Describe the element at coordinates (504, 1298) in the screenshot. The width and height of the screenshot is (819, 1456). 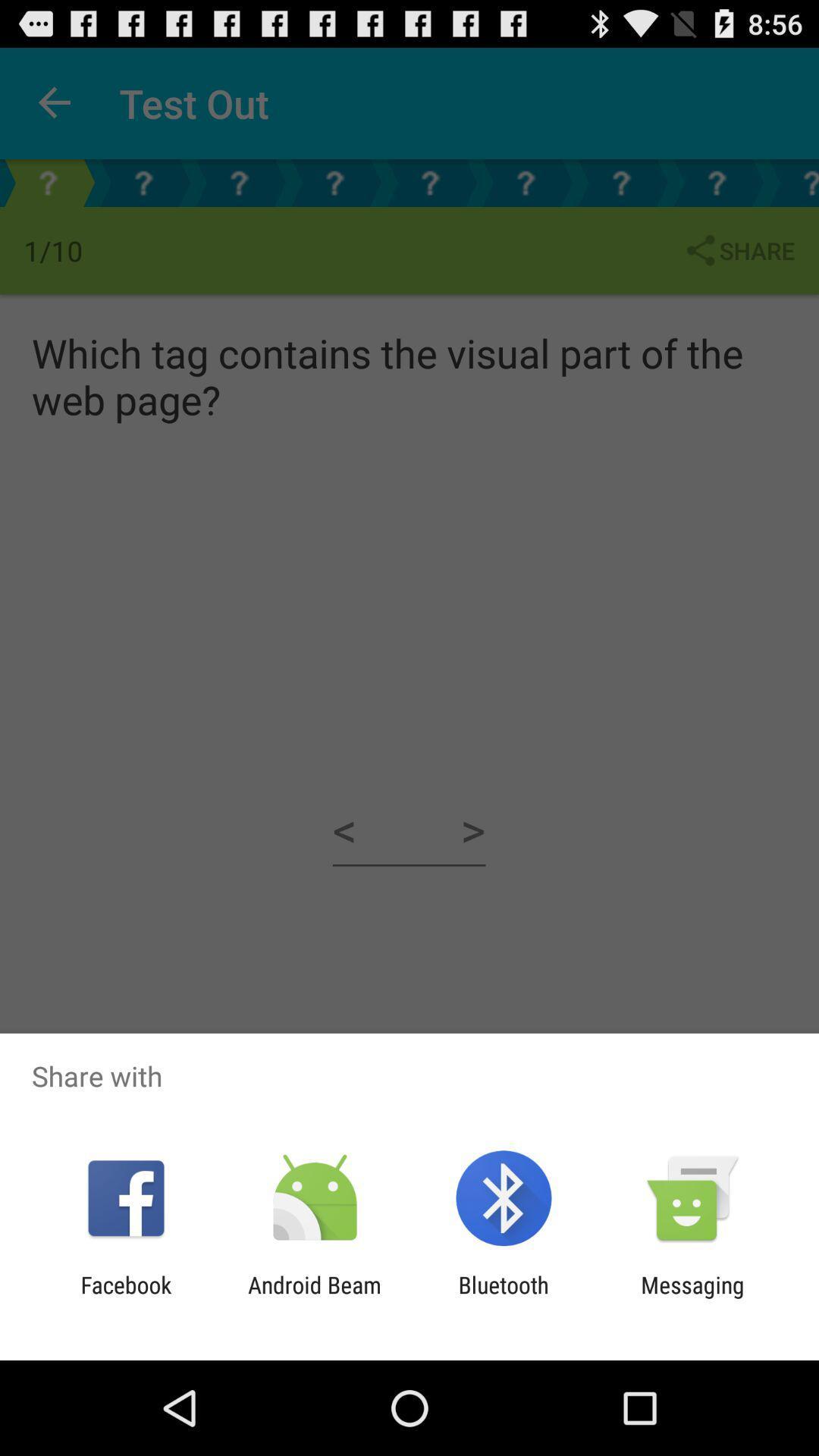
I see `app next to messaging icon` at that location.